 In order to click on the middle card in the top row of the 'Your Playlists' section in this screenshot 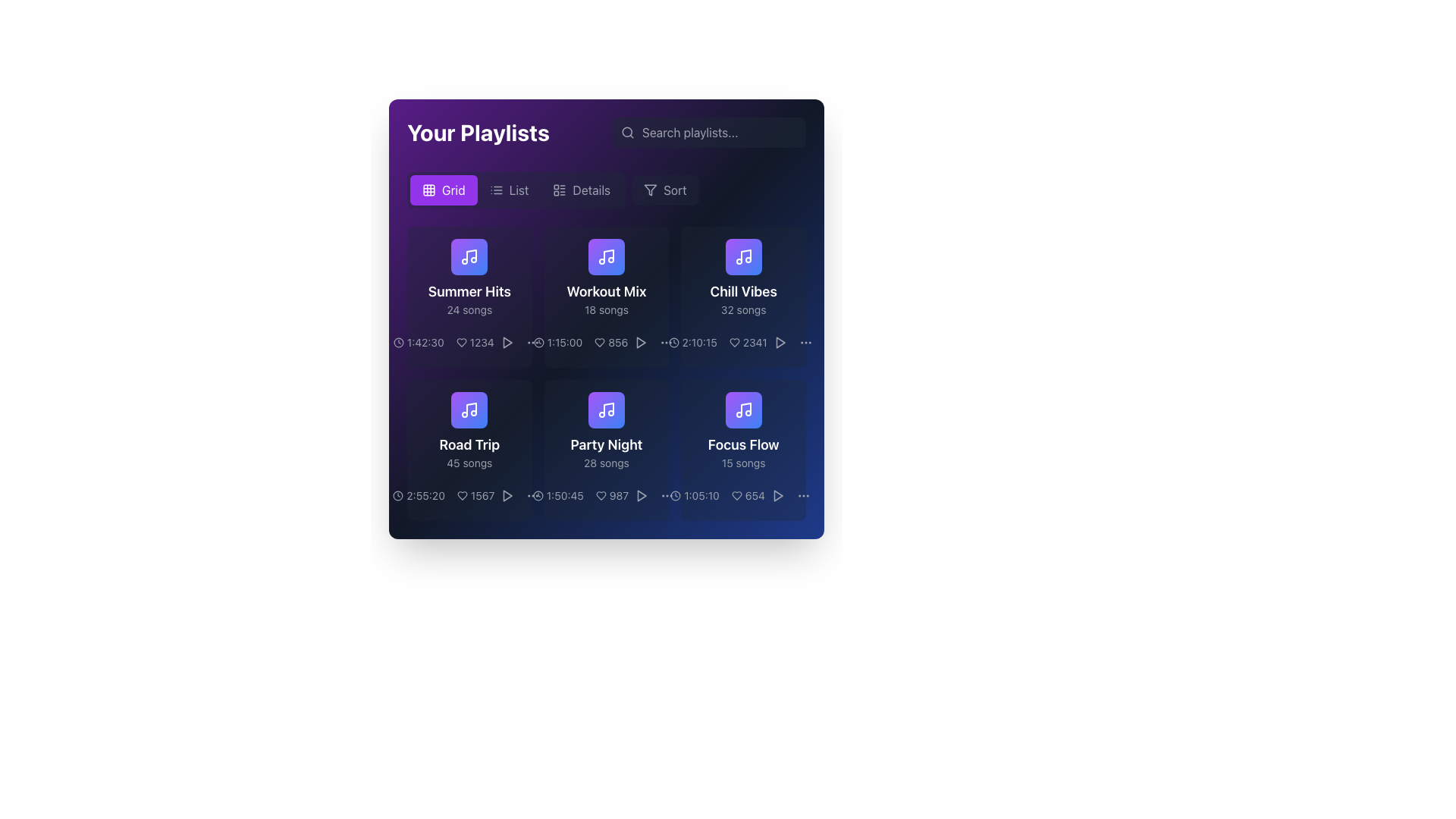, I will do `click(607, 297)`.